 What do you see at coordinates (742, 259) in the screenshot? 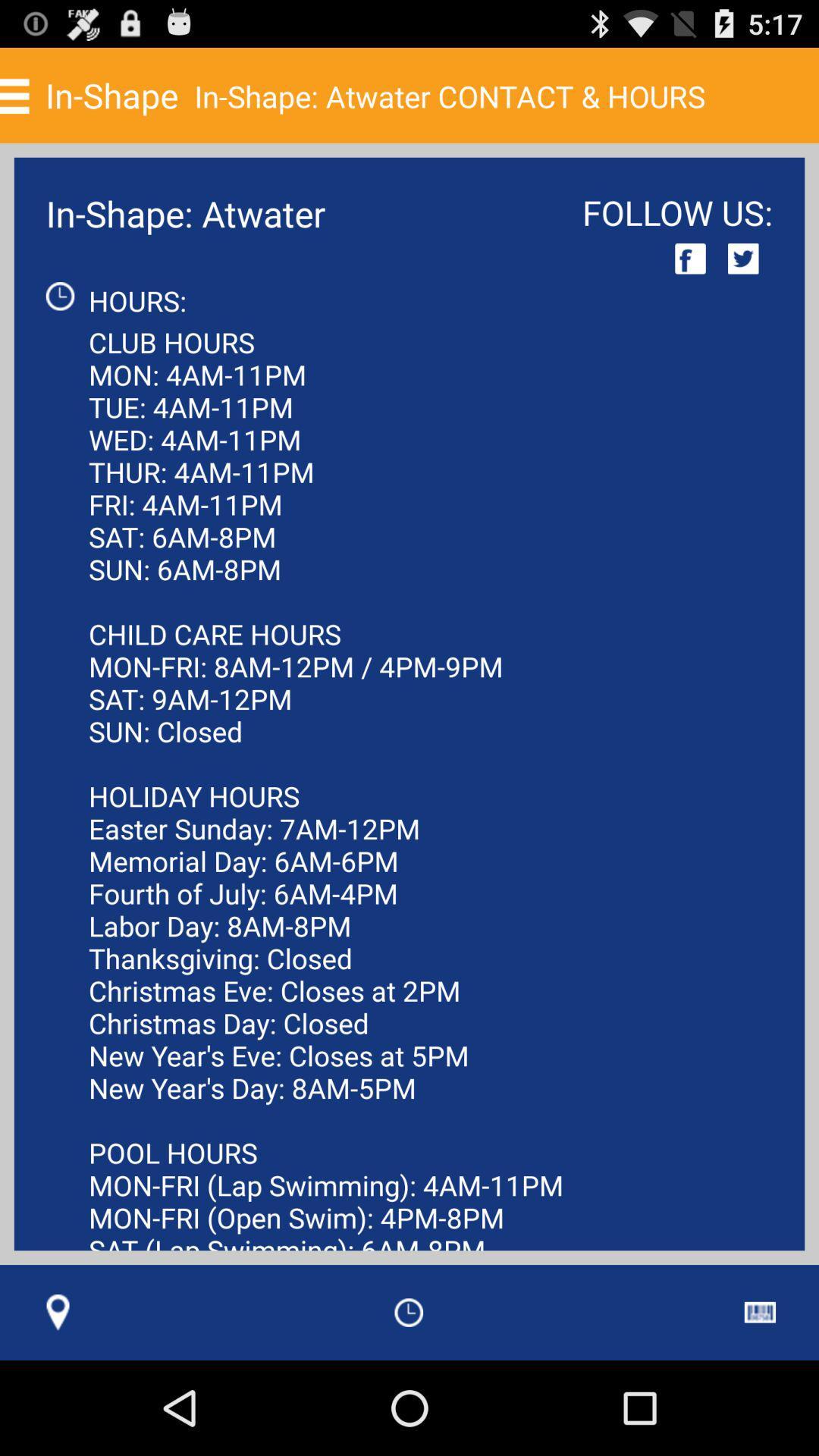
I see `the app below the follow us: app` at bounding box center [742, 259].